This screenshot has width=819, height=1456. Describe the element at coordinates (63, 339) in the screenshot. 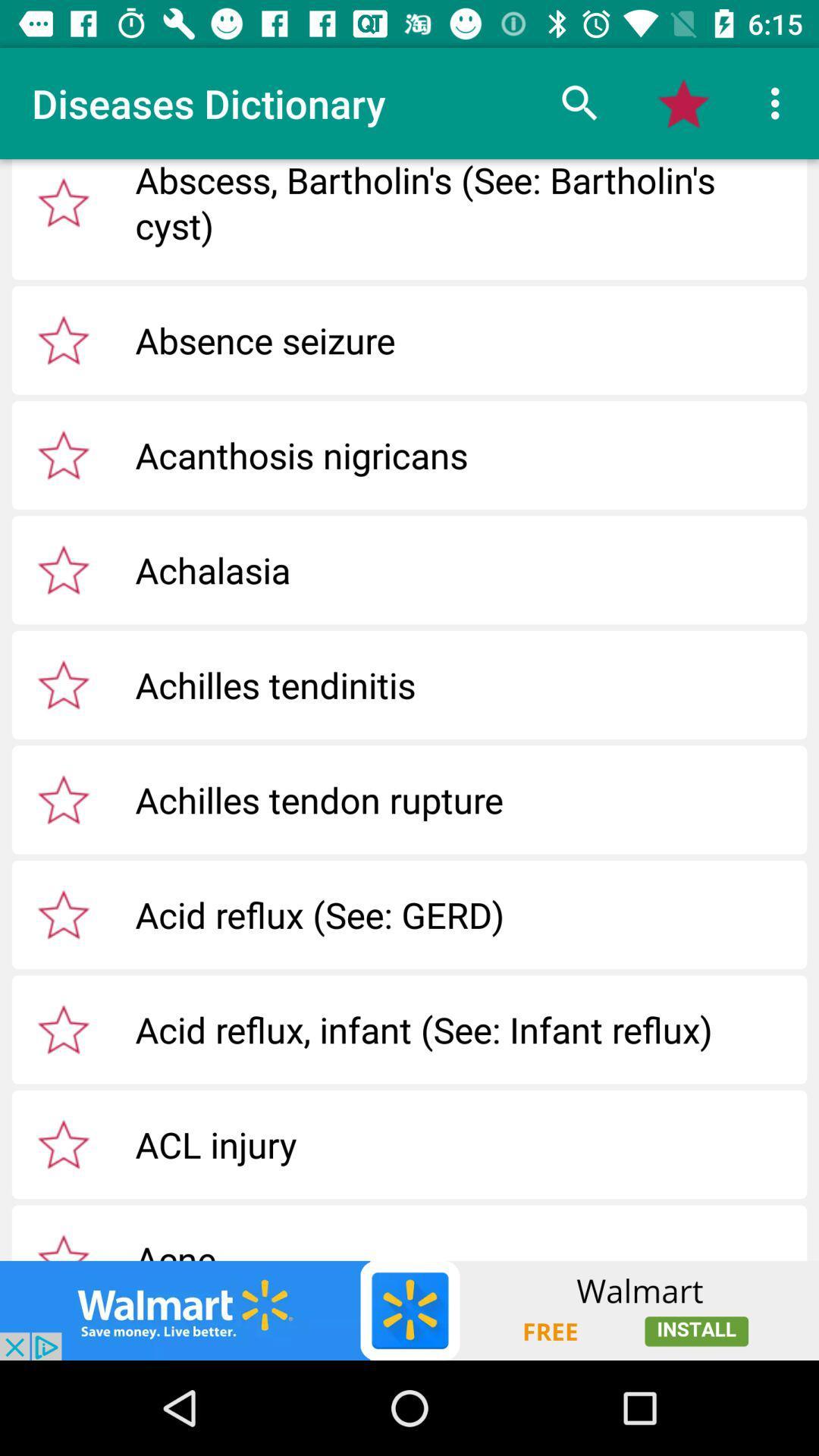

I see `absence seizure` at that location.